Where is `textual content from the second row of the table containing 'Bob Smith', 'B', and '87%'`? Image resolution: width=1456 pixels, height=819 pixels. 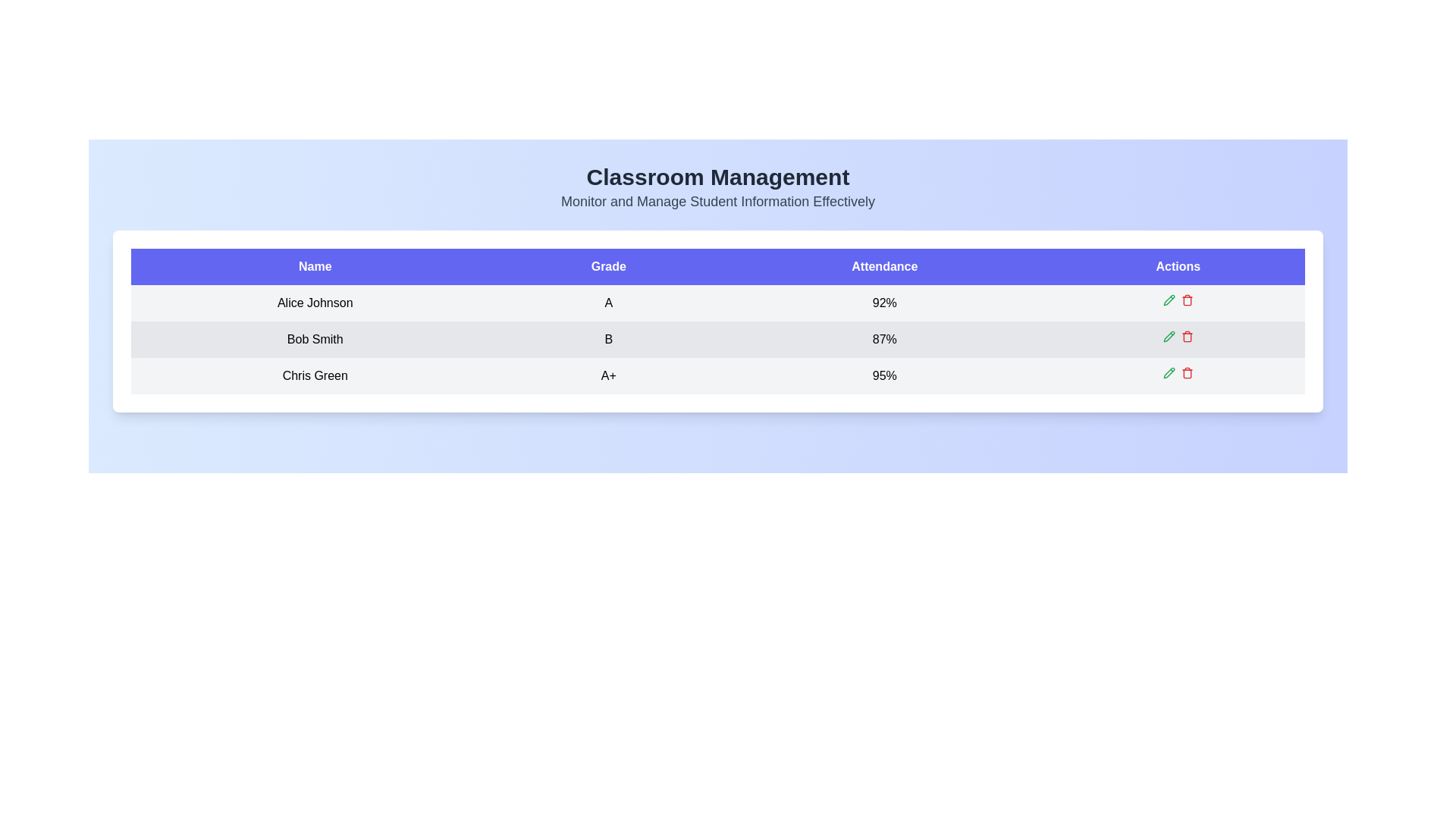
textual content from the second row of the table containing 'Bob Smith', 'B', and '87%' is located at coordinates (717, 338).